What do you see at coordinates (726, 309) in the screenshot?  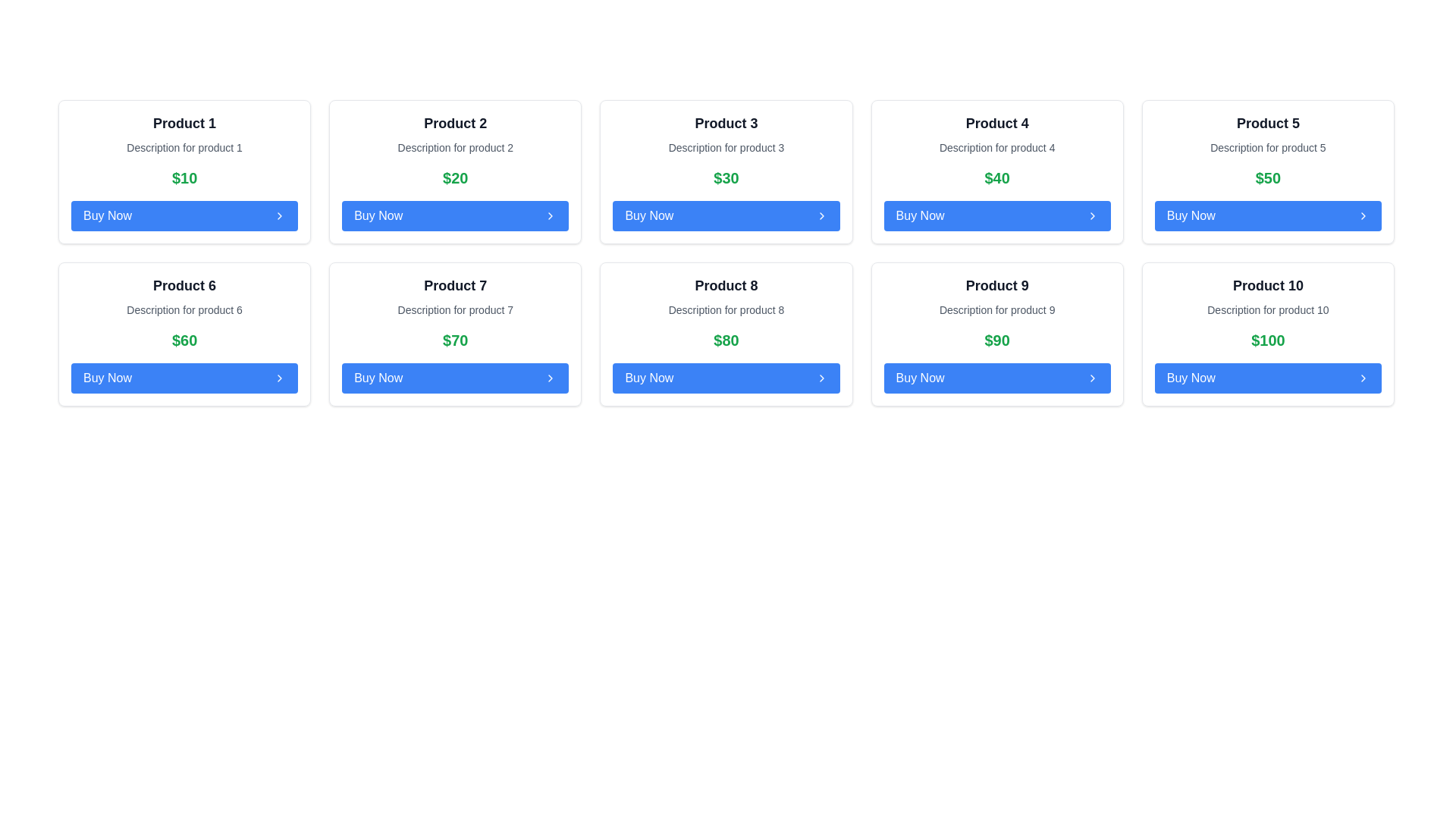 I see `the text field displaying 'Description for product 8', which is located beneath the title 'Product 8' and above the price '$80' within a bordered card layout` at bounding box center [726, 309].